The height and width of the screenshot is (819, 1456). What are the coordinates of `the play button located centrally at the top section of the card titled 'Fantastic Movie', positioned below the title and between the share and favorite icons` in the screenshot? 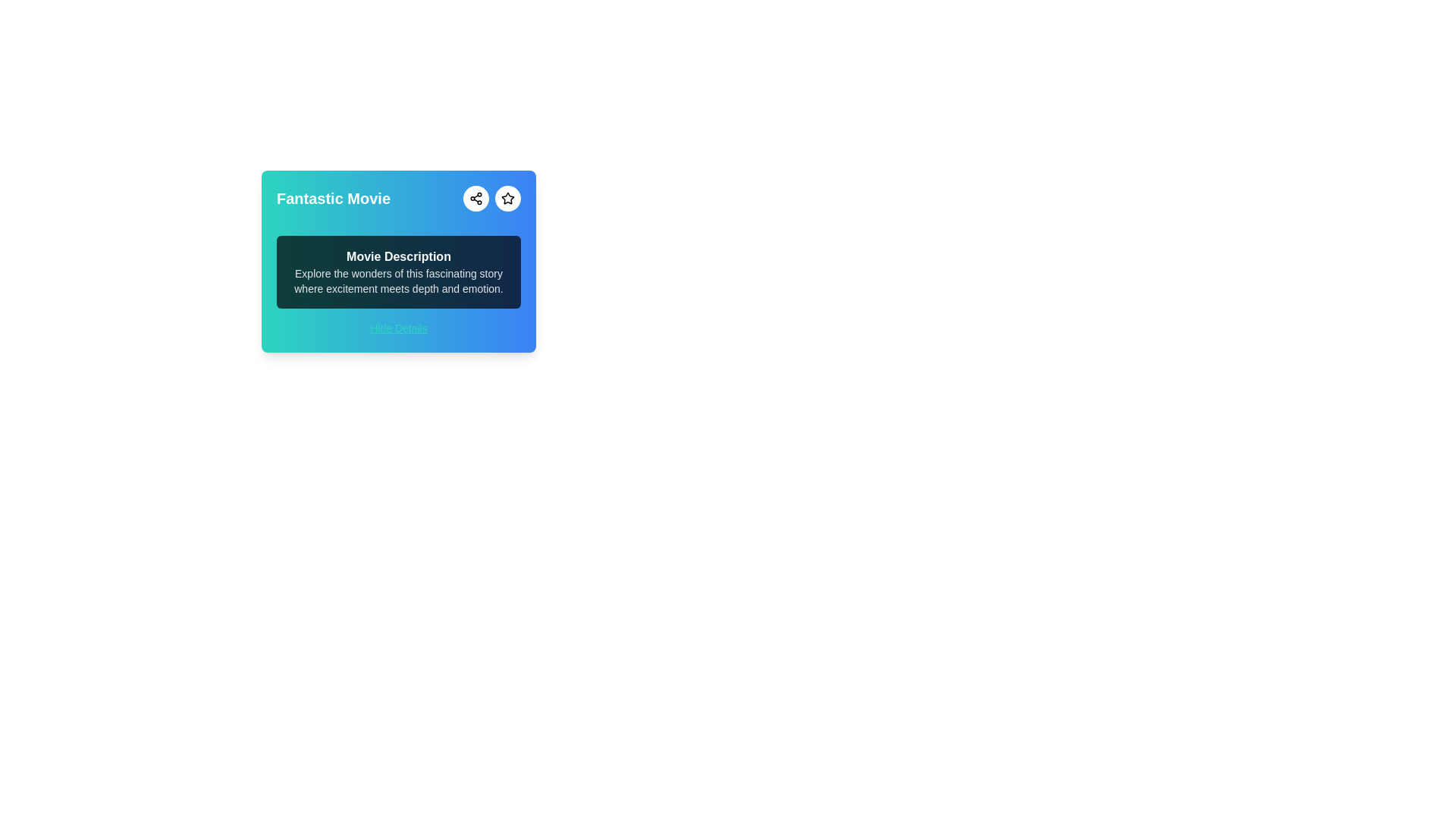 It's located at (399, 223).